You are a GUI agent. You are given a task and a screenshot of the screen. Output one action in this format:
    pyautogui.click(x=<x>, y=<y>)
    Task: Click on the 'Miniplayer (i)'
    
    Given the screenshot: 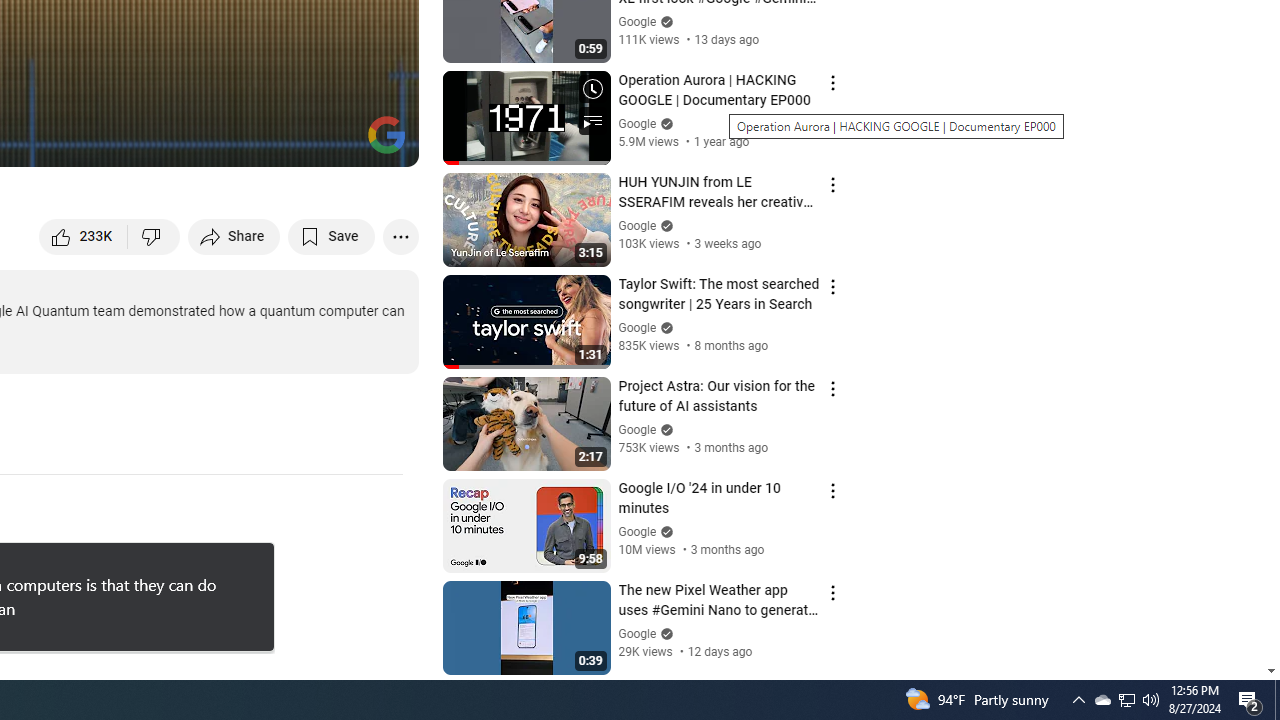 What is the action you would take?
    pyautogui.click(x=285, y=141)
    